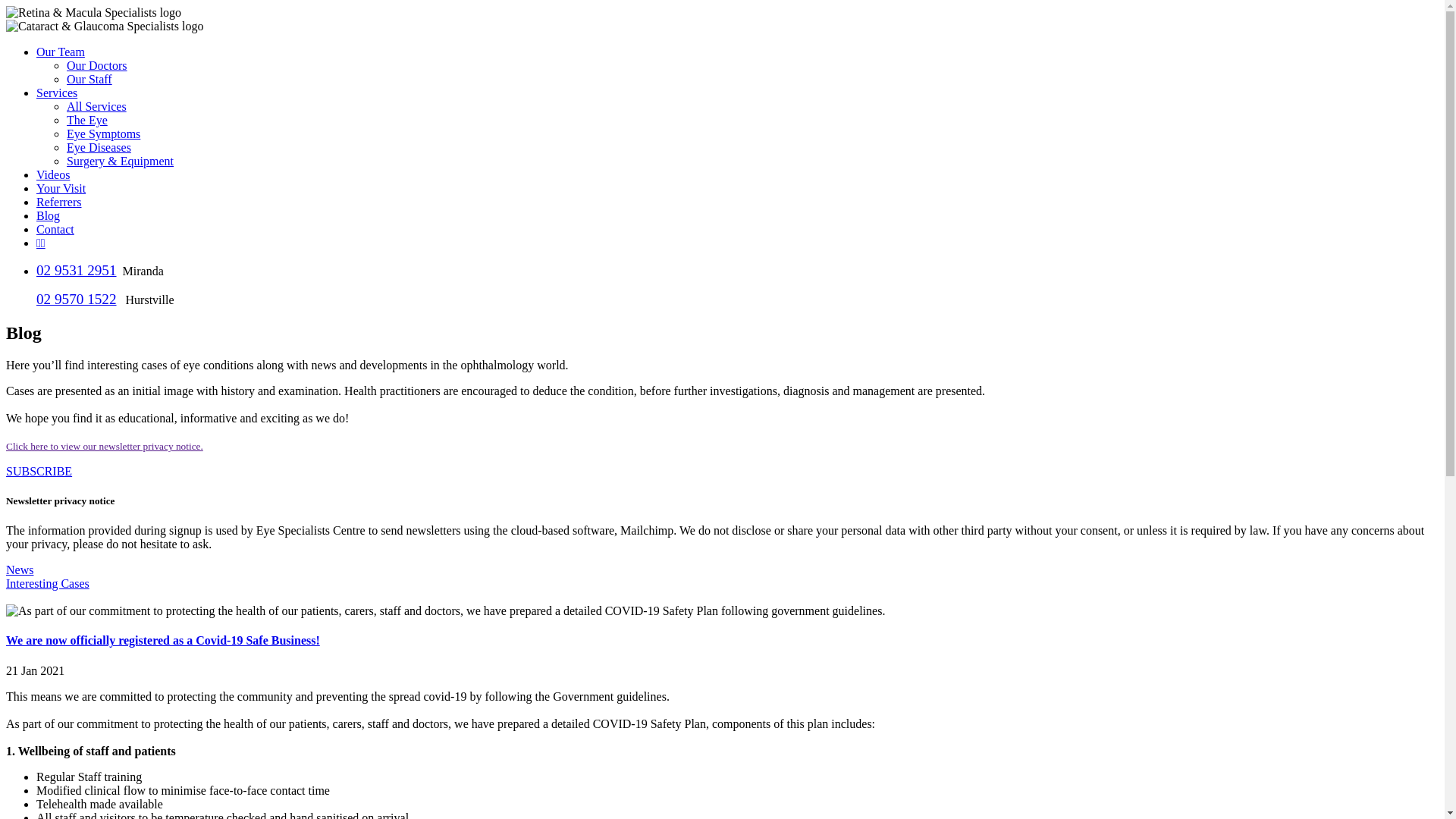 This screenshot has width=1456, height=819. What do you see at coordinates (55, 229) in the screenshot?
I see `'Contact'` at bounding box center [55, 229].